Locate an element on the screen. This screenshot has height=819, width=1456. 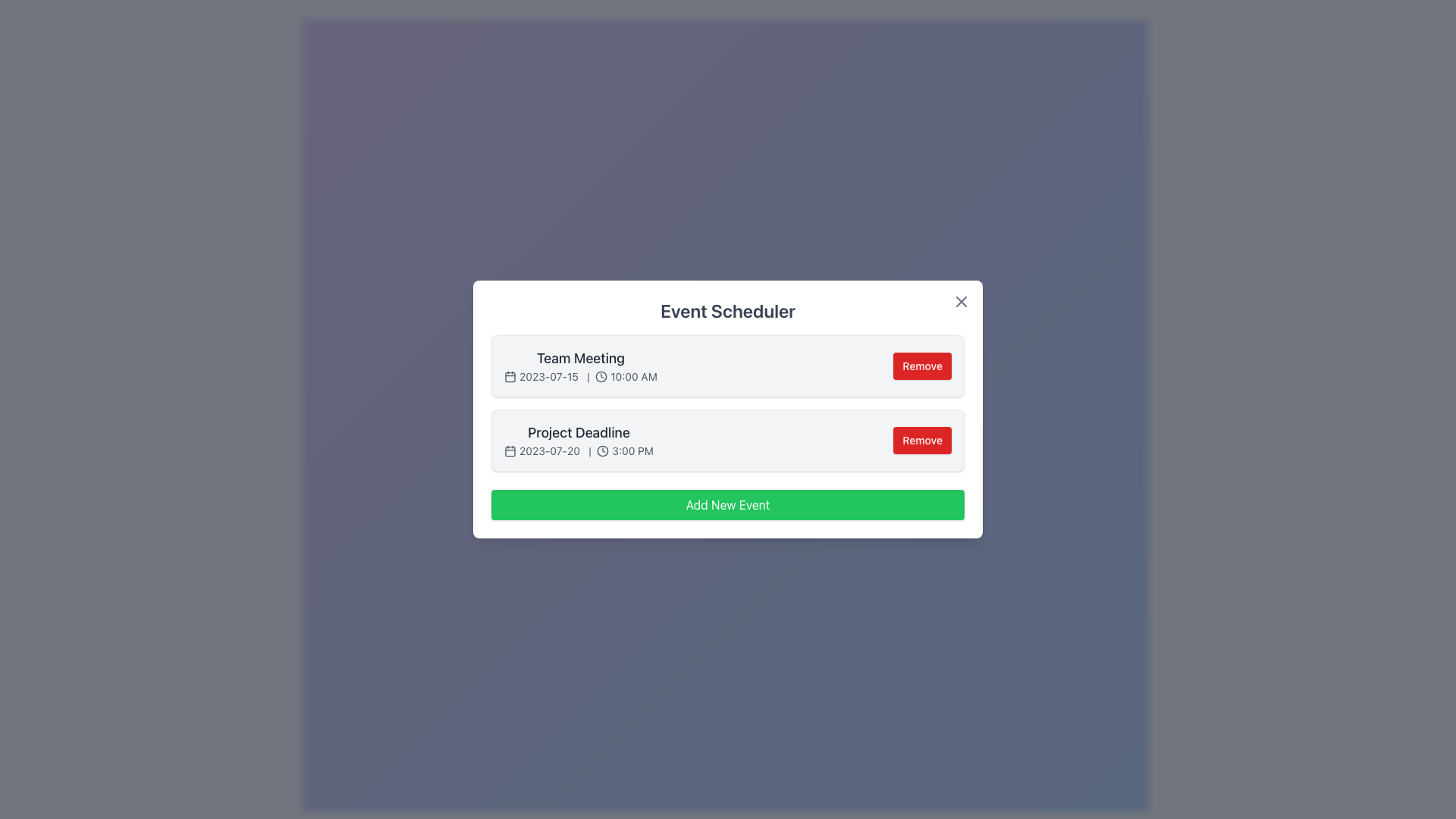
the text displaying the date and time of the event located in the 'Team Meeting' section, positioned horizontally between the calendar and clock icons is located at coordinates (579, 376).